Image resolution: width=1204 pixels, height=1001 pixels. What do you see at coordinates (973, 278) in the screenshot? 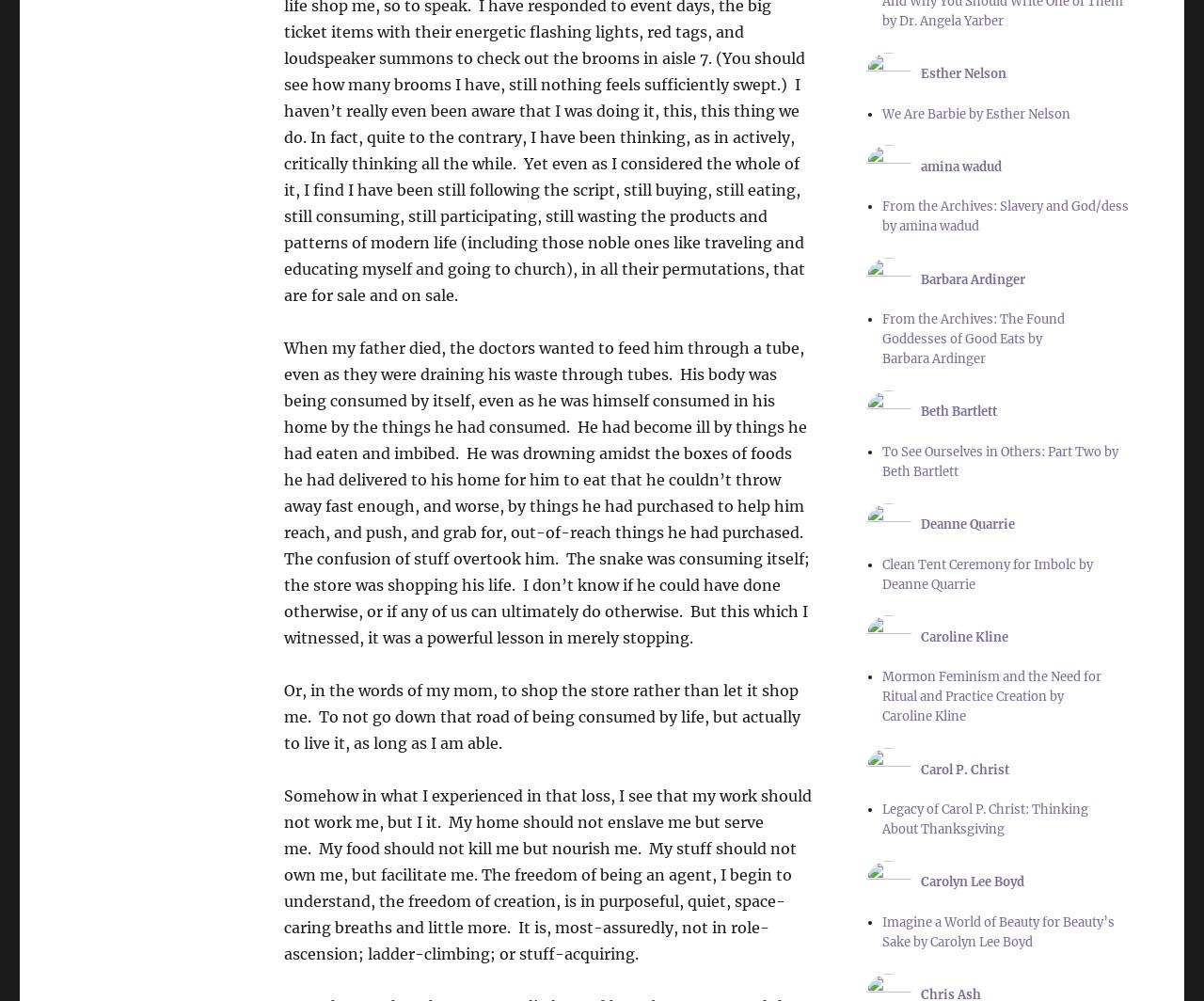
I see `'Barbara Ardinger'` at bounding box center [973, 278].